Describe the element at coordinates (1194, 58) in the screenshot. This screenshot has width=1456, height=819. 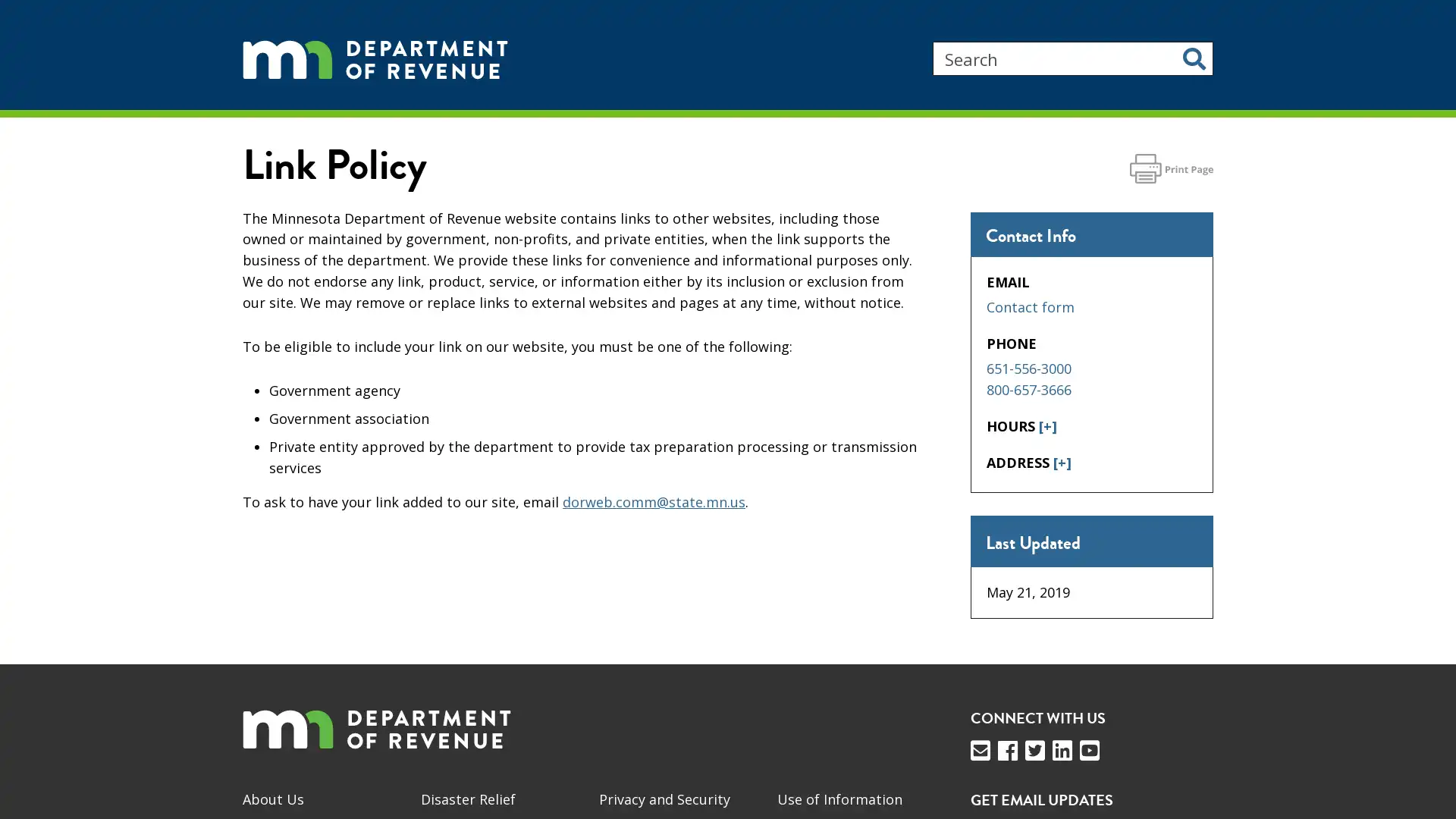
I see `Search` at that location.